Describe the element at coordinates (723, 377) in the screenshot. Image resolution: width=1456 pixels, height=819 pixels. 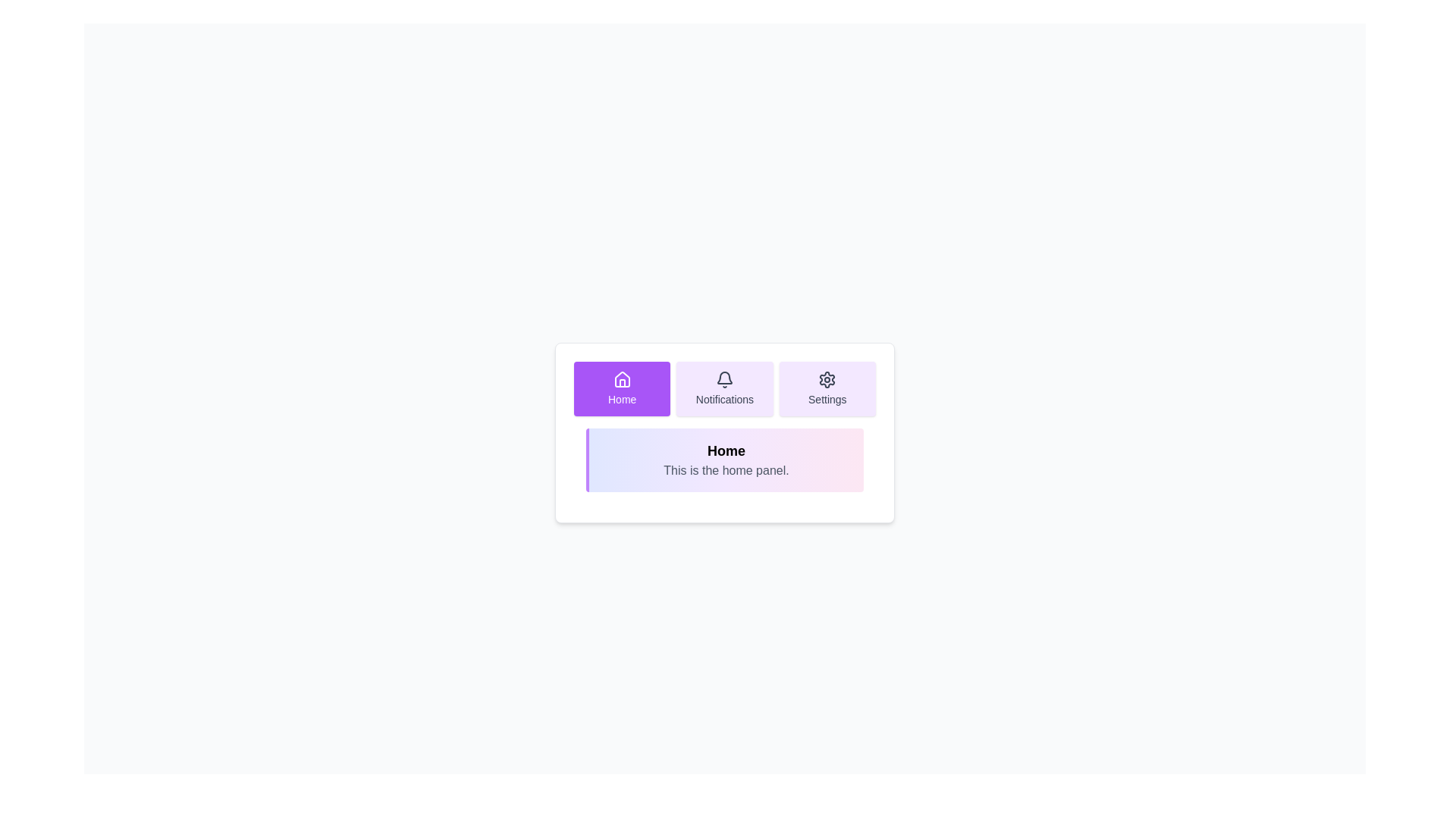
I see `the bell icon representing the 'Notifications' feature, which is the second button in the upper center layout of the interface` at that location.